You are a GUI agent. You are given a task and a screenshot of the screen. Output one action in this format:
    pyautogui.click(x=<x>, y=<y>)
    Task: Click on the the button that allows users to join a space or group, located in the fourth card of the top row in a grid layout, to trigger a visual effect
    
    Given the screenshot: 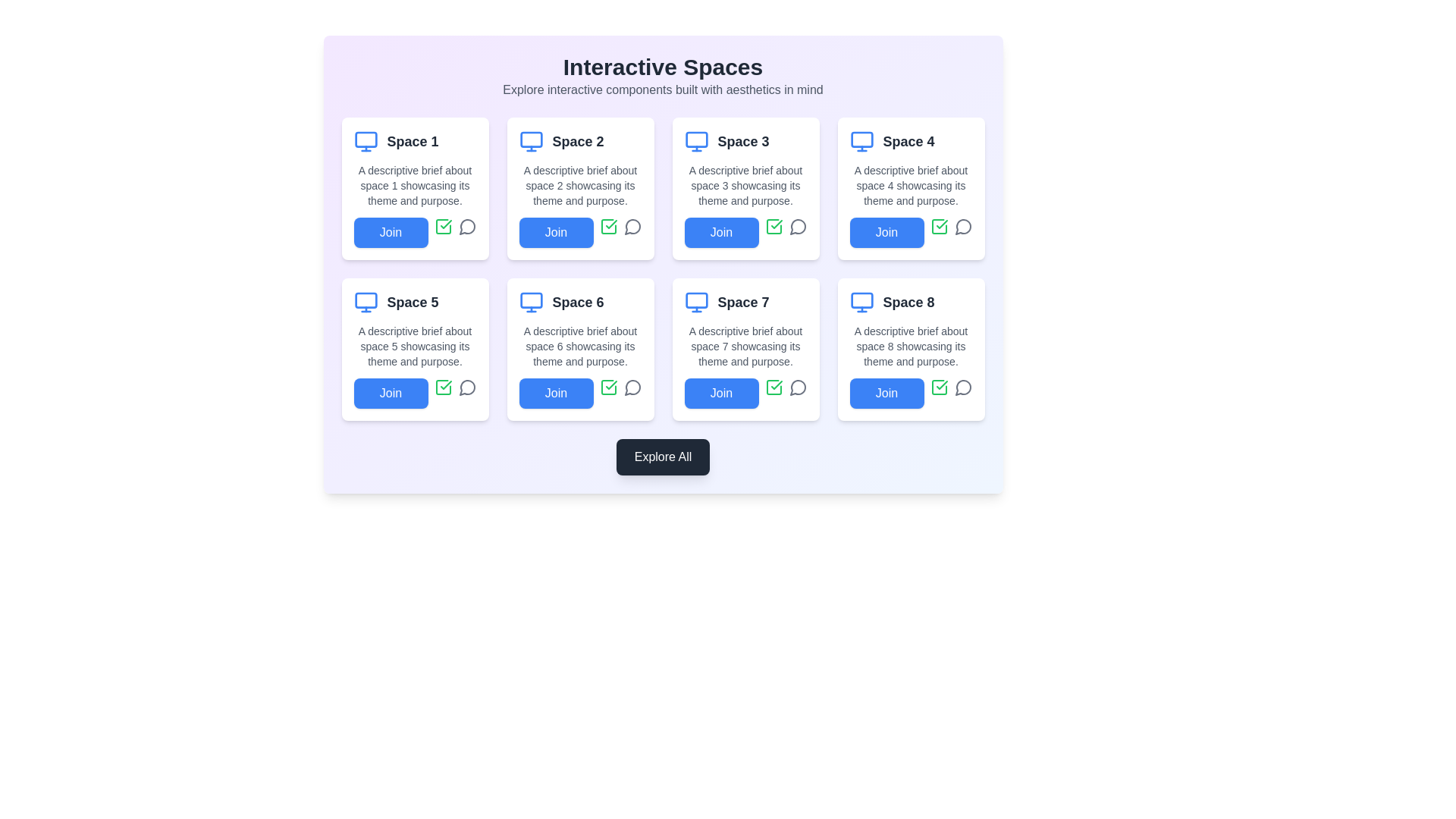 What is the action you would take?
    pyautogui.click(x=886, y=233)
    